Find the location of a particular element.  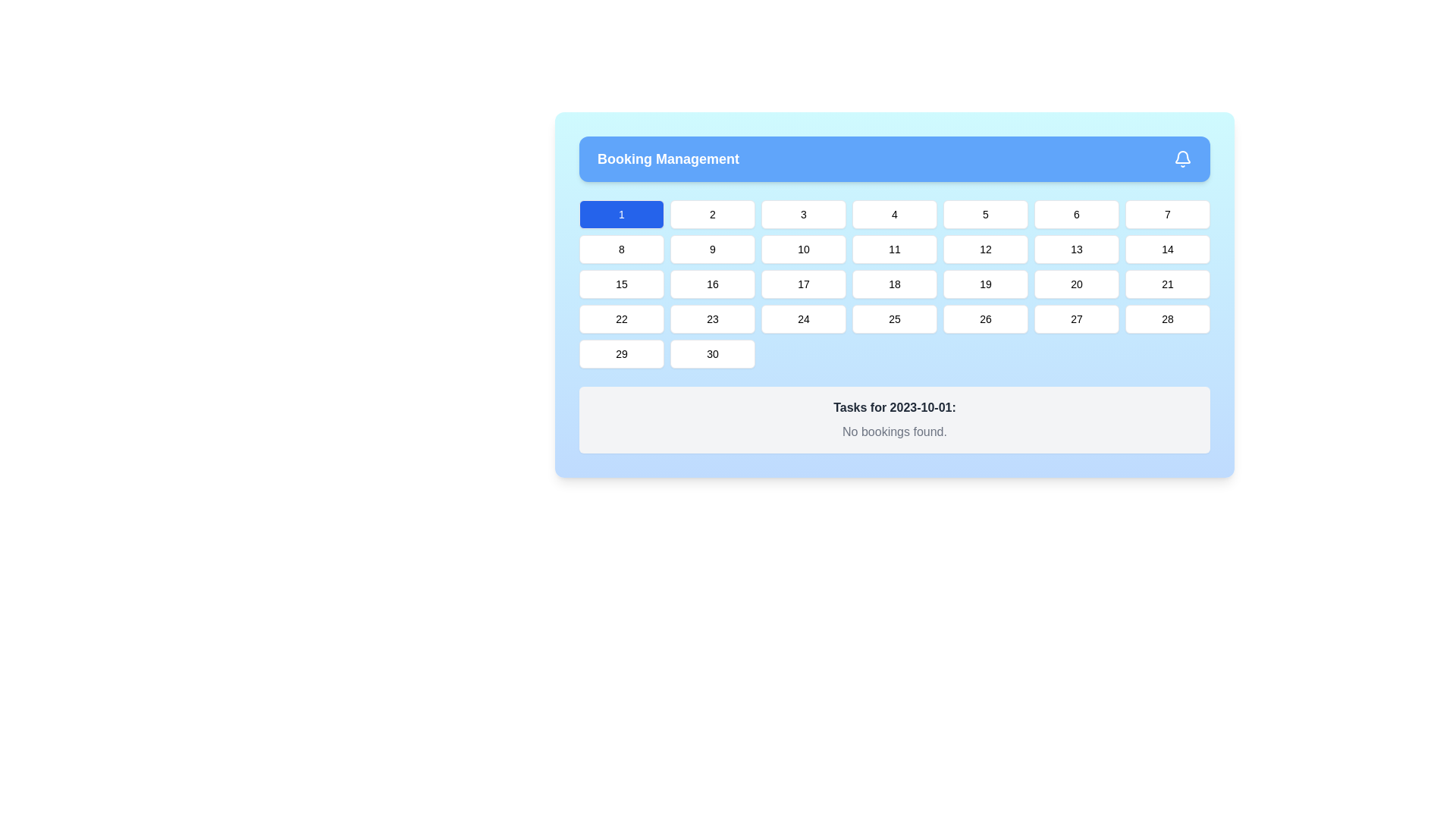

the calendar day button located in the third row and third column of the grid is located at coordinates (803, 284).